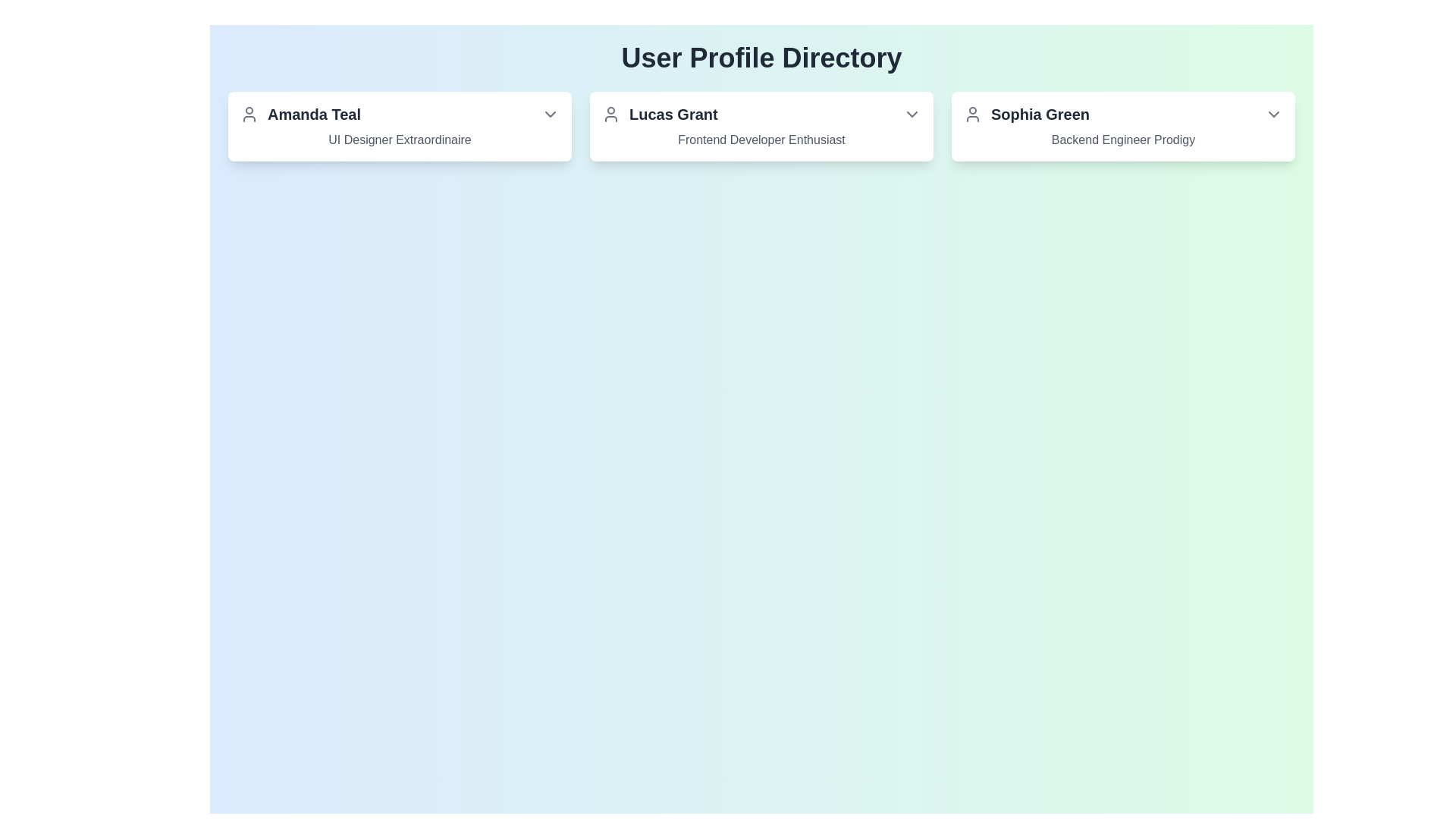  I want to click on the text label 'Lucas Grant' in the profile card, so click(660, 113).